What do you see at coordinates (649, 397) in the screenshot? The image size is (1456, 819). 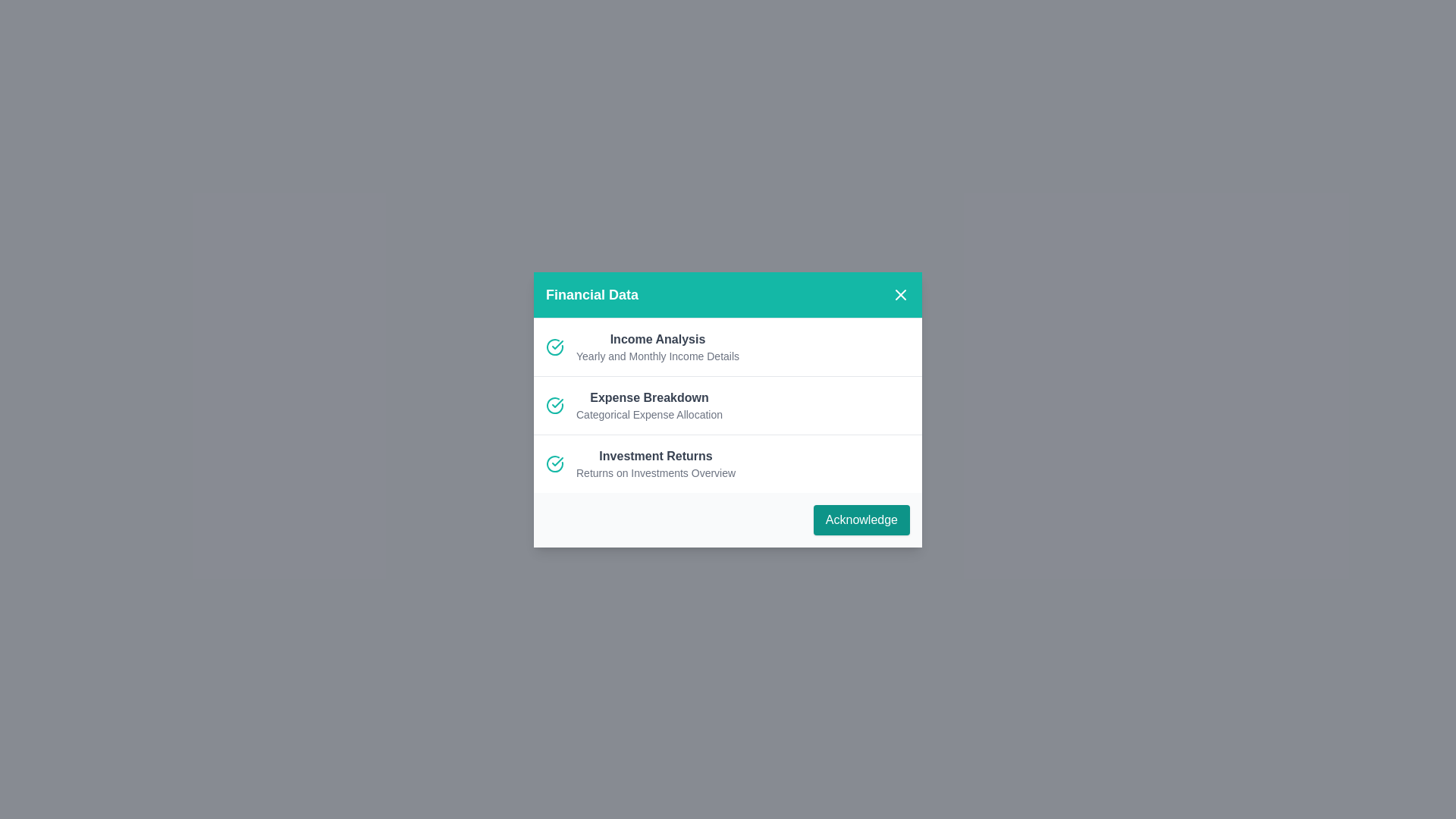 I see `the list item with title Expense Breakdown` at bounding box center [649, 397].